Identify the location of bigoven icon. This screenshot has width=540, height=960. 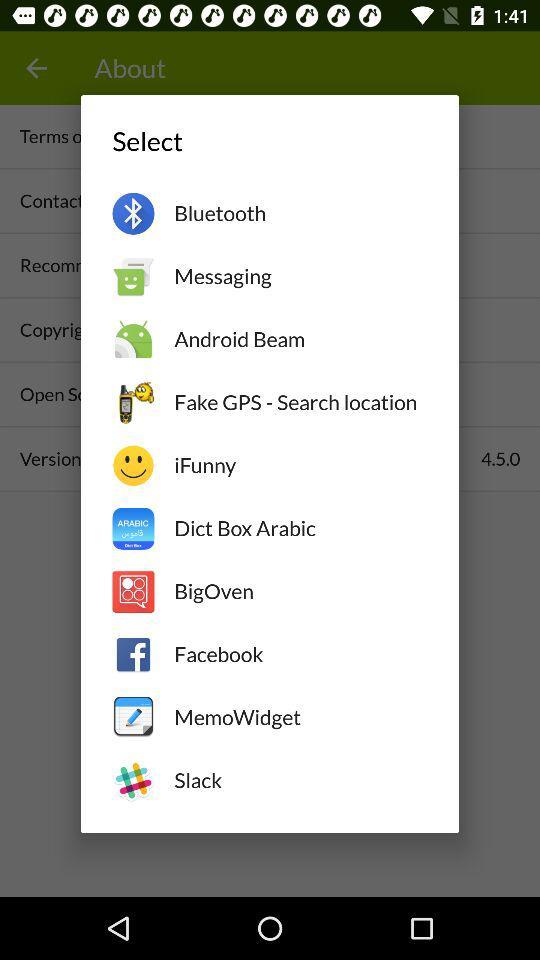
(299, 591).